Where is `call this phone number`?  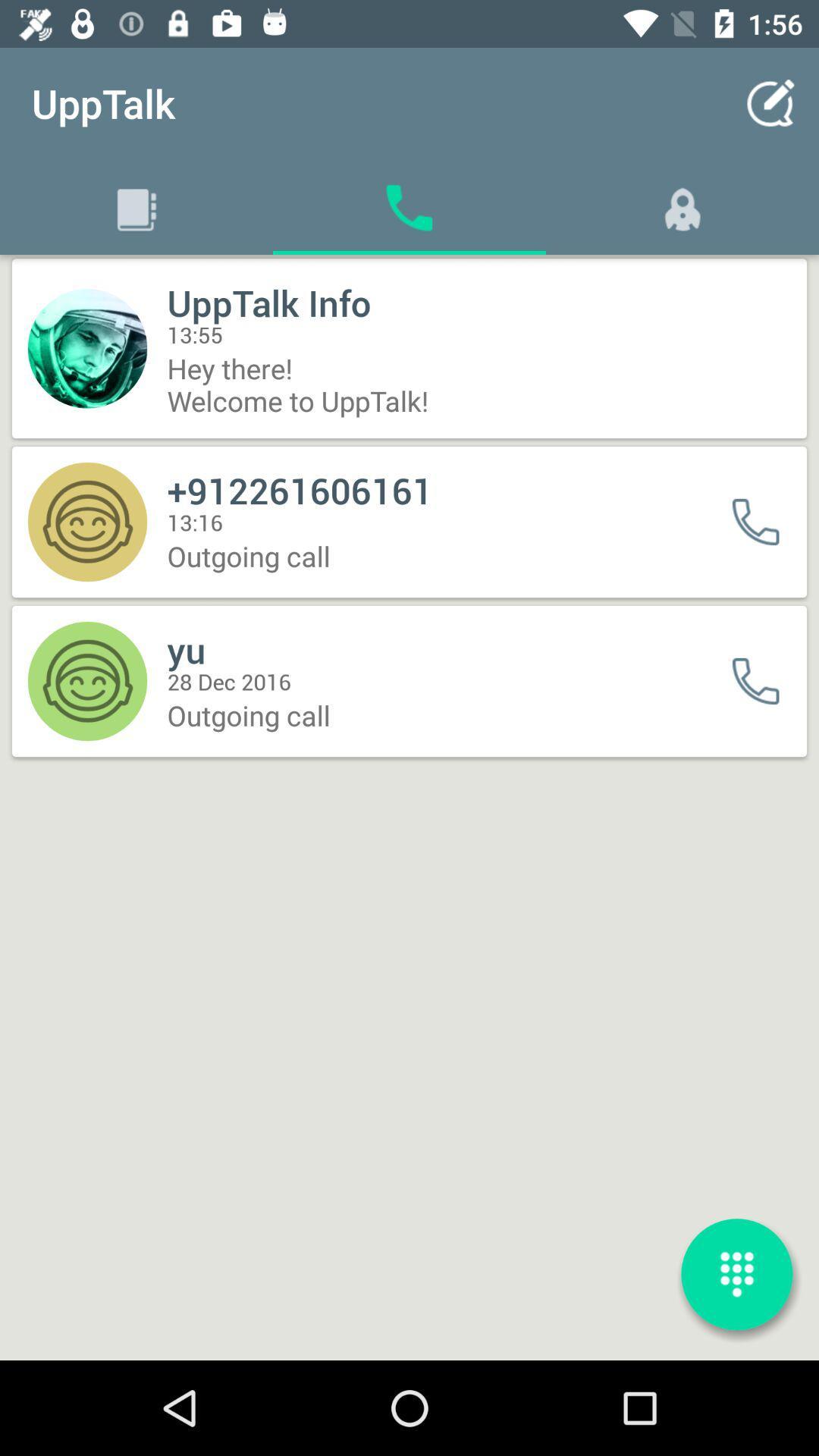
call this phone number is located at coordinates (765, 522).